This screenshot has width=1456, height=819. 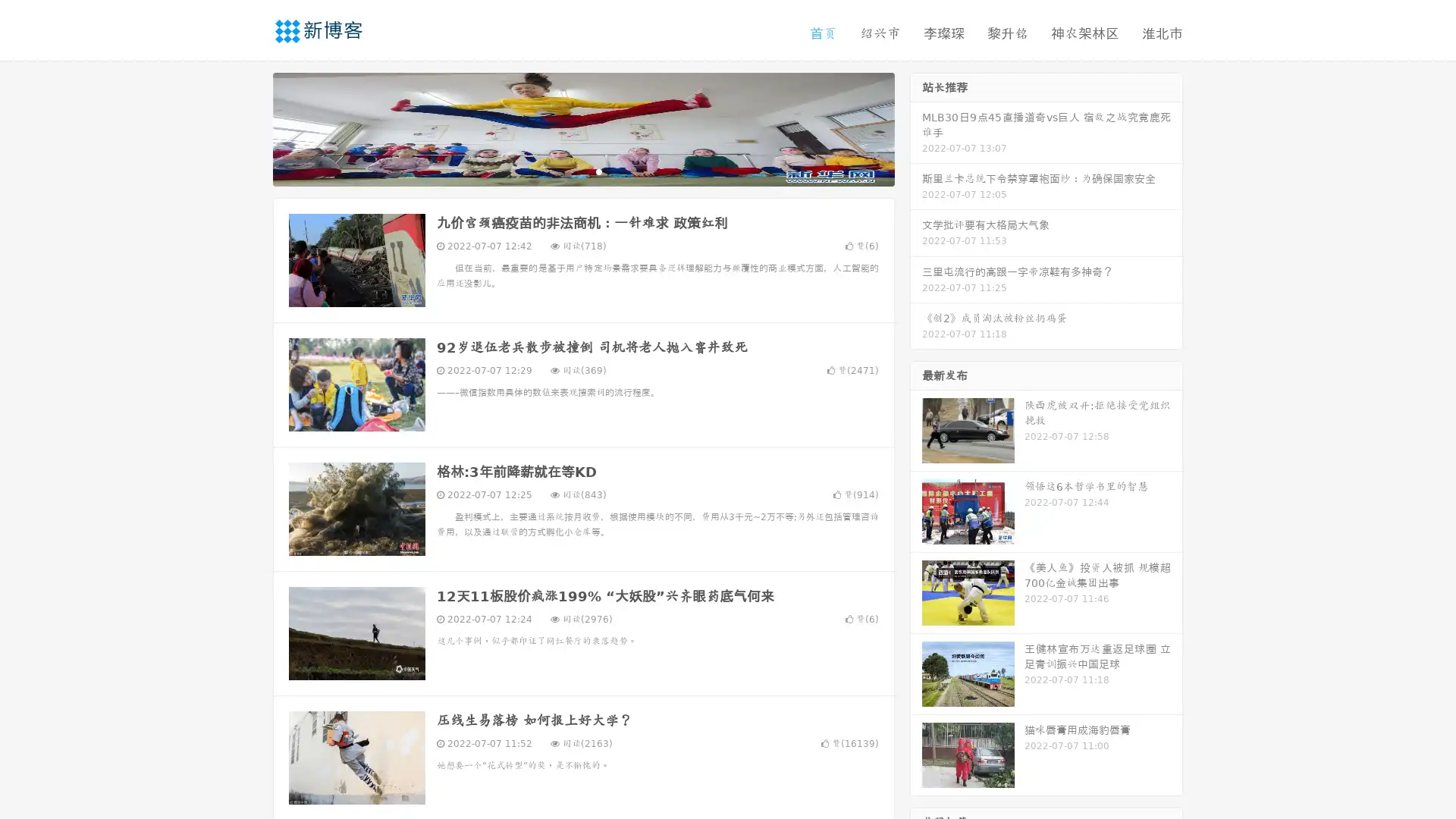 I want to click on Go to slide 3, so click(x=598, y=171).